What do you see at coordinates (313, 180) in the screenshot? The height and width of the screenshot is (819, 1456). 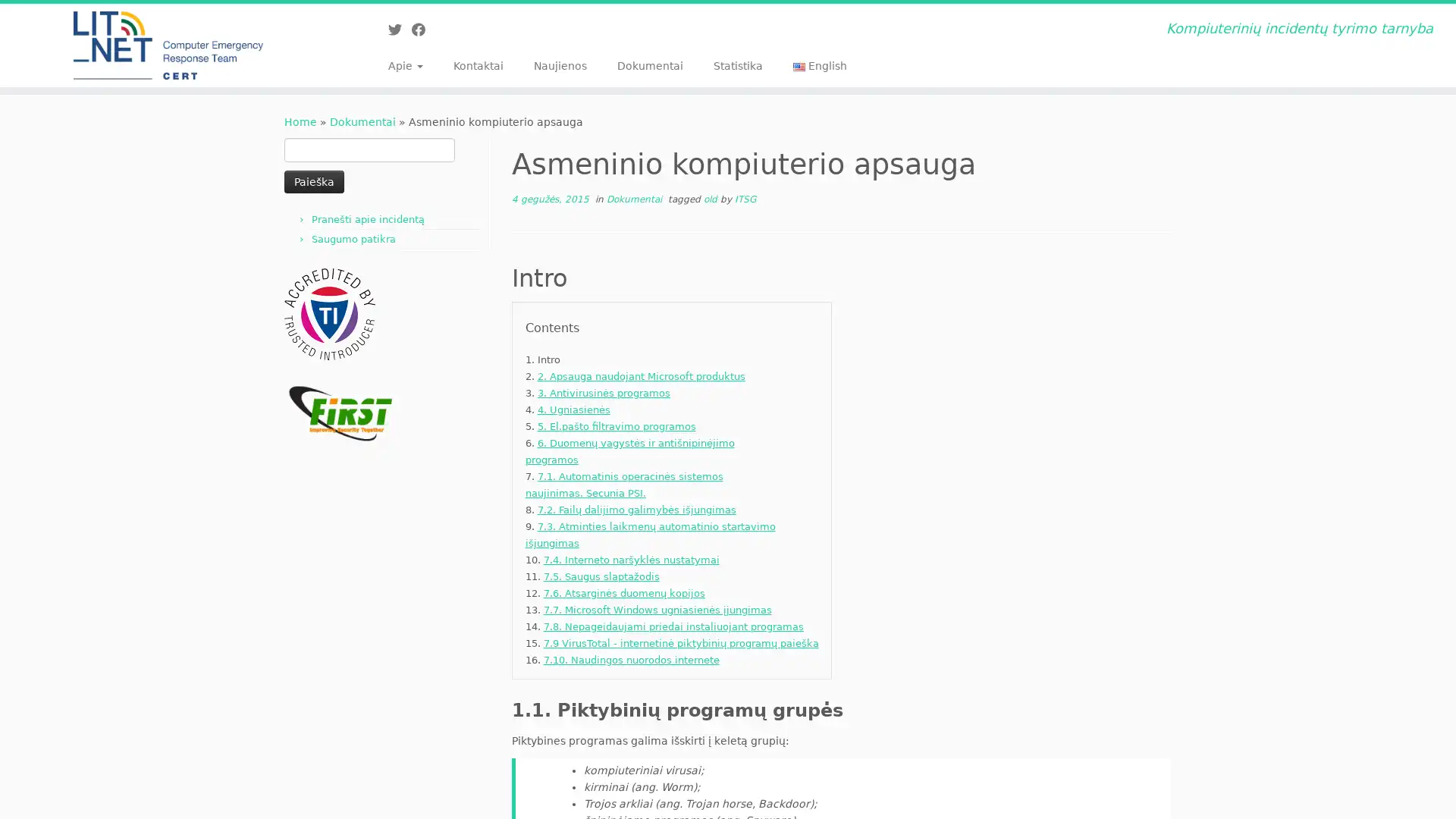 I see `Paieska` at bounding box center [313, 180].